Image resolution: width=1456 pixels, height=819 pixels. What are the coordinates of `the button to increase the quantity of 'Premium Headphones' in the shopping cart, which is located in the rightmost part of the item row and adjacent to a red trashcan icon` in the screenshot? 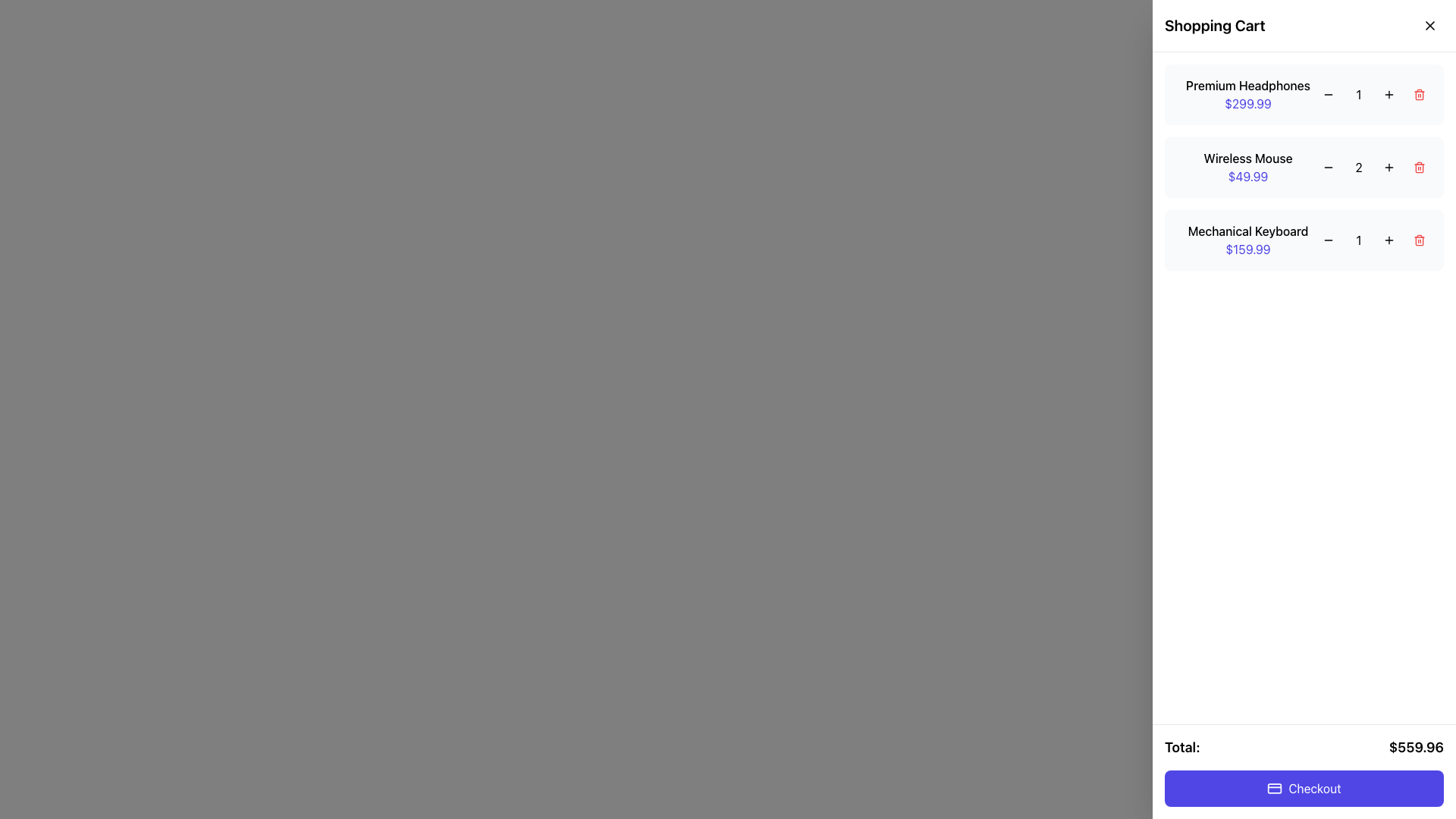 It's located at (1389, 94).